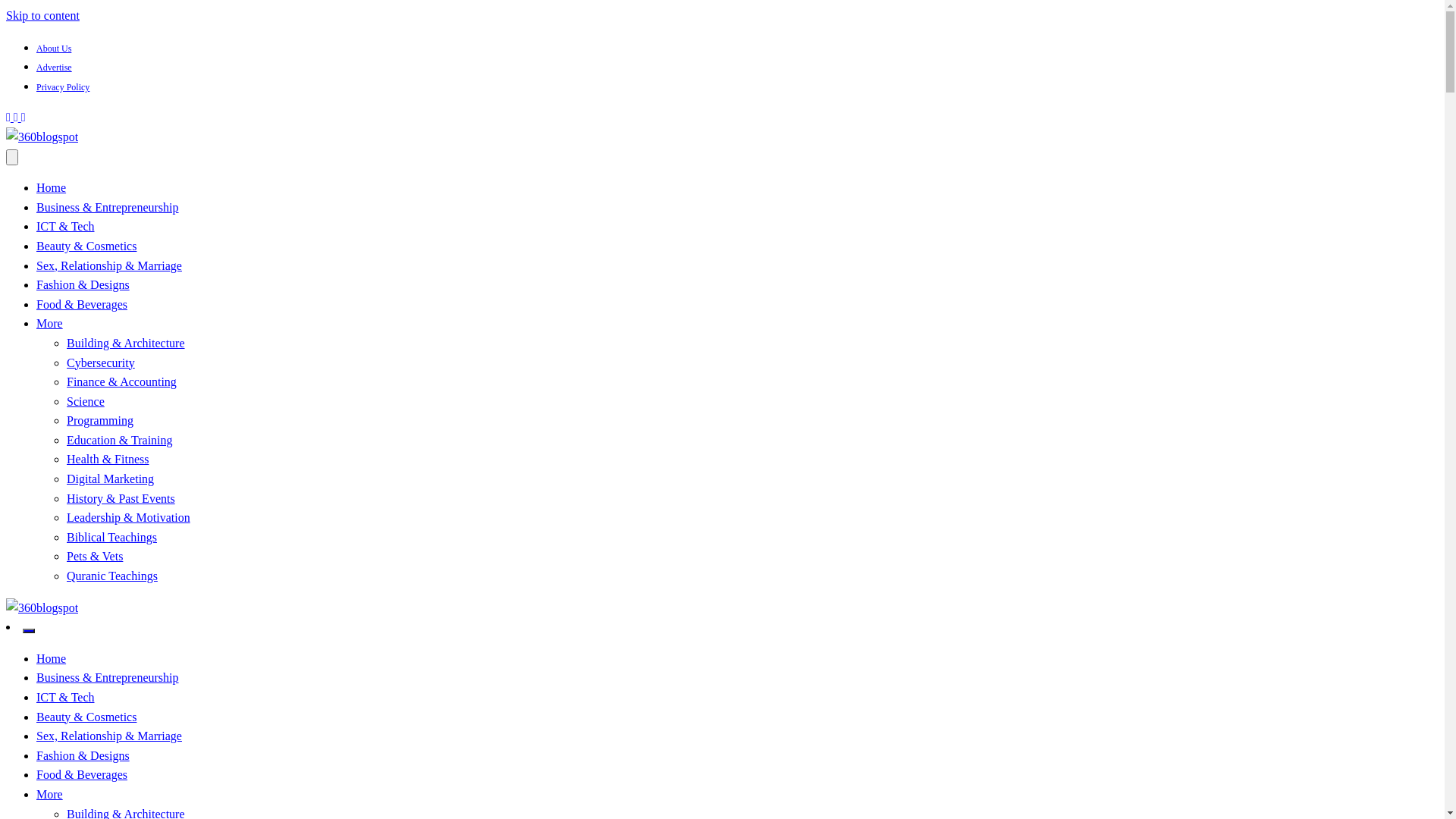  I want to click on 'Sex, Relationship & Marriage', so click(108, 265).